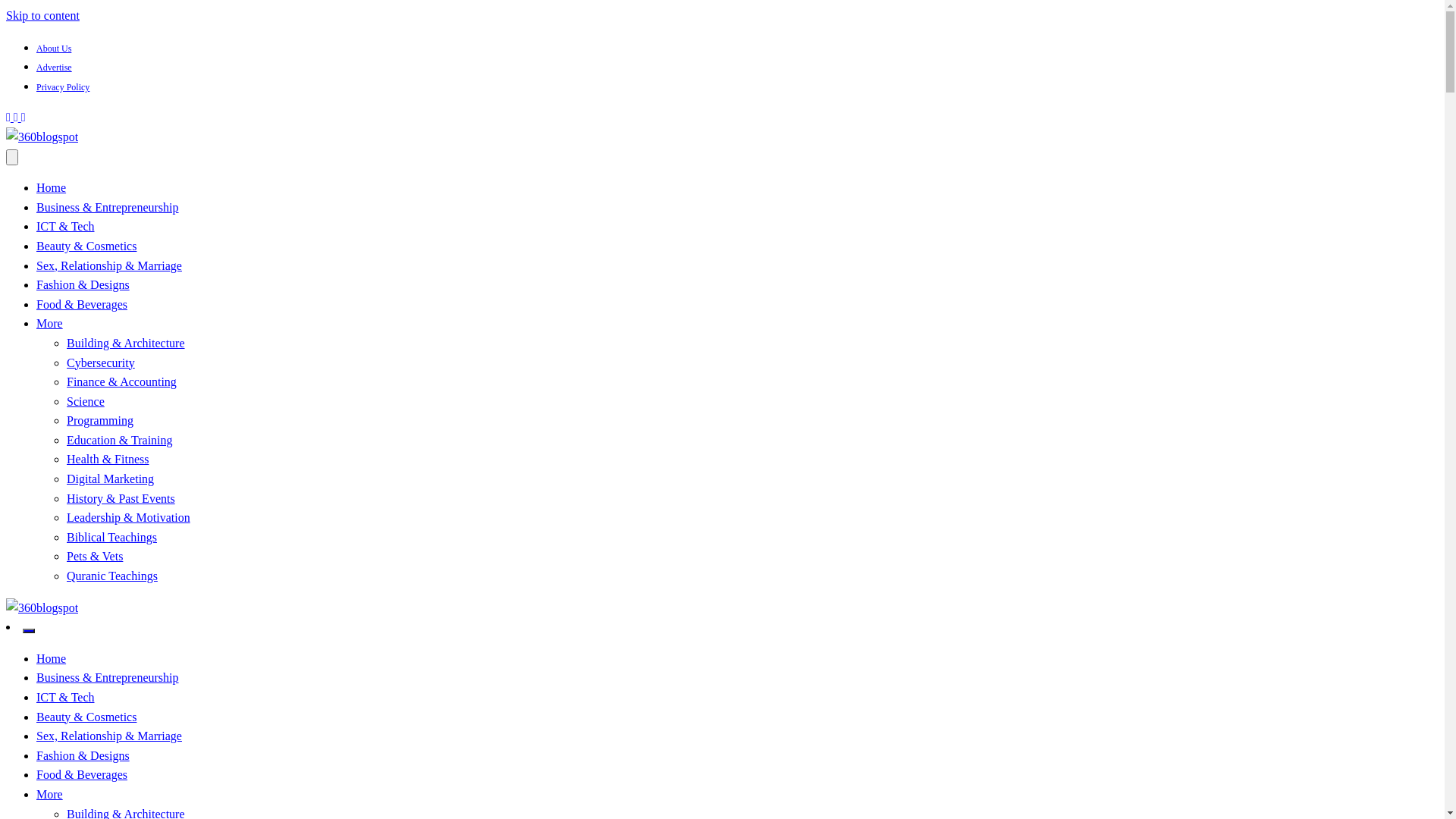  I want to click on 'Sex, Relationship & Marriage', so click(108, 265).